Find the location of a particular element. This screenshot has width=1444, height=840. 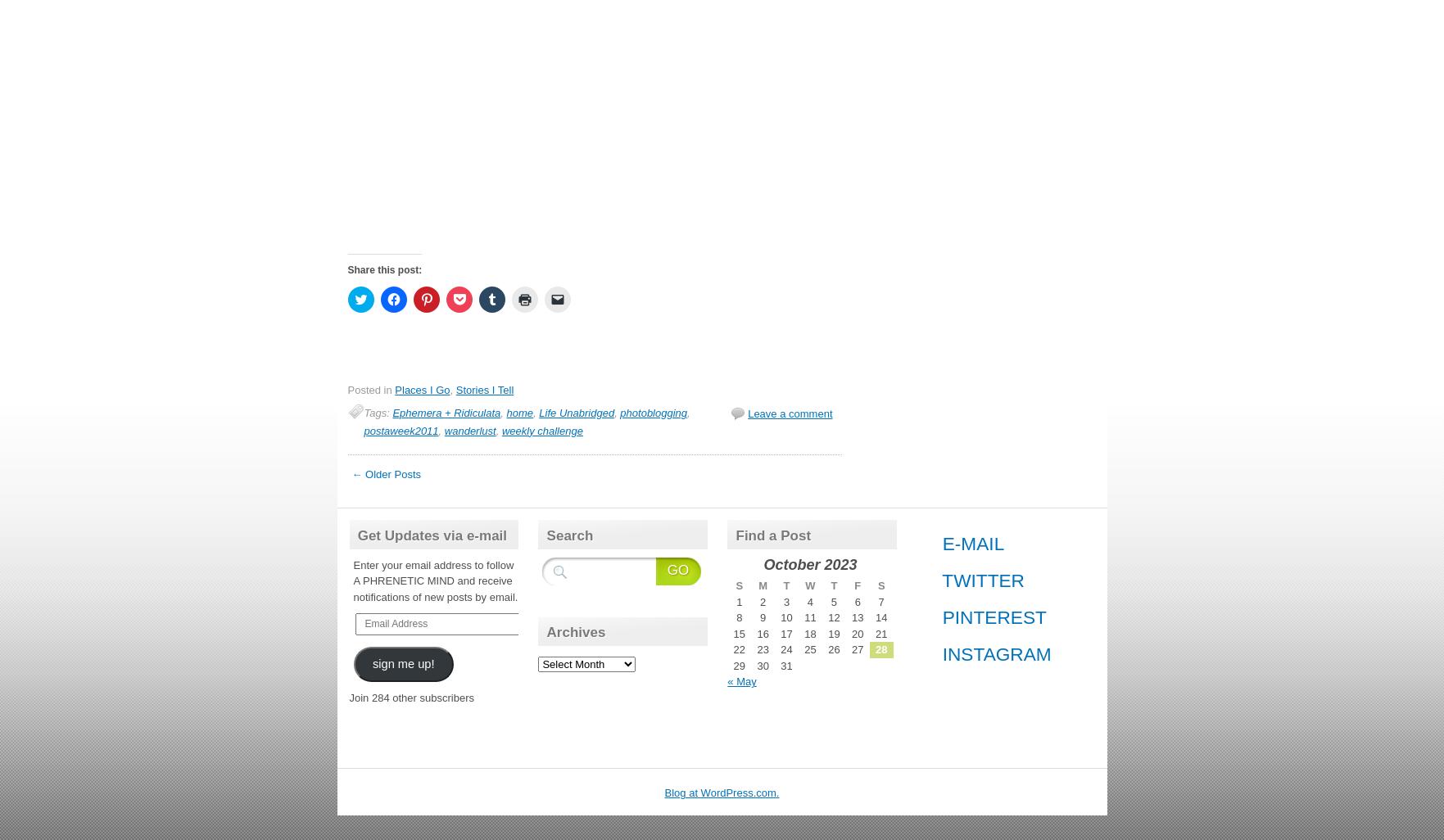

'weekly challenge' is located at coordinates (500, 430).